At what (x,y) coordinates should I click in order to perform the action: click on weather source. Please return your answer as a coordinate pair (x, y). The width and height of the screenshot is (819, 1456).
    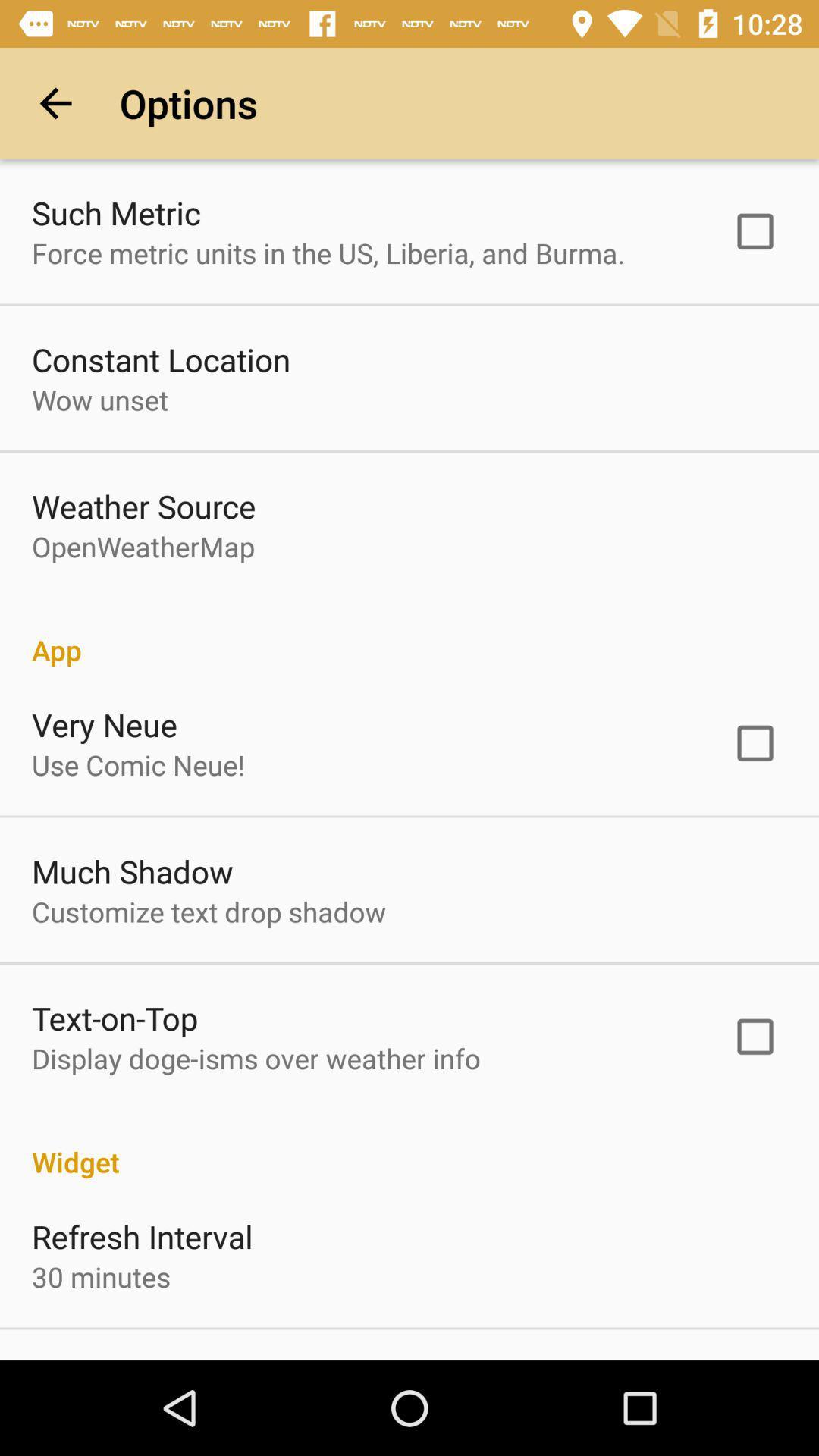
    Looking at the image, I should click on (143, 506).